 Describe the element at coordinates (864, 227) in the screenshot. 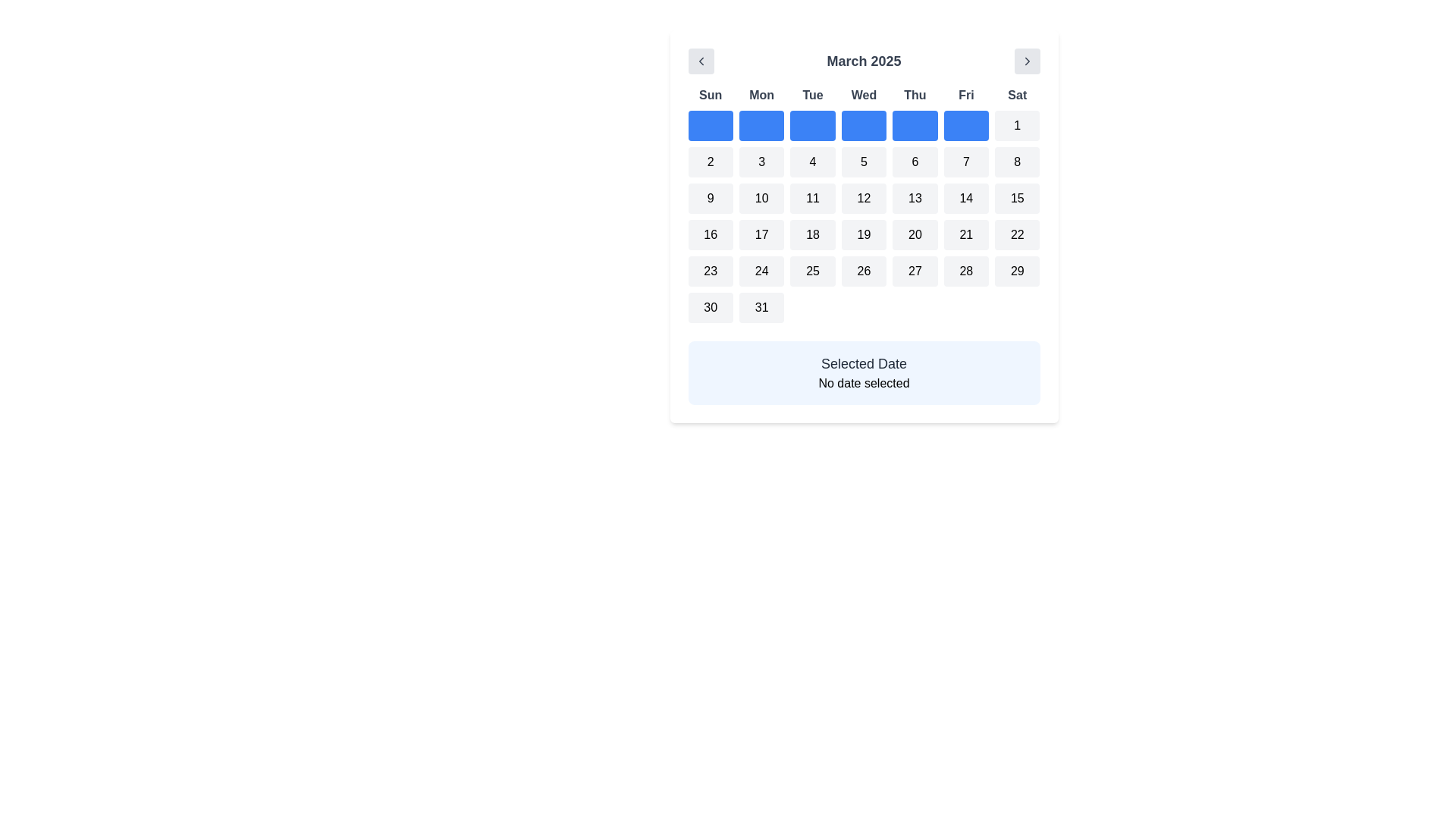

I see `a day within the calendar view` at that location.